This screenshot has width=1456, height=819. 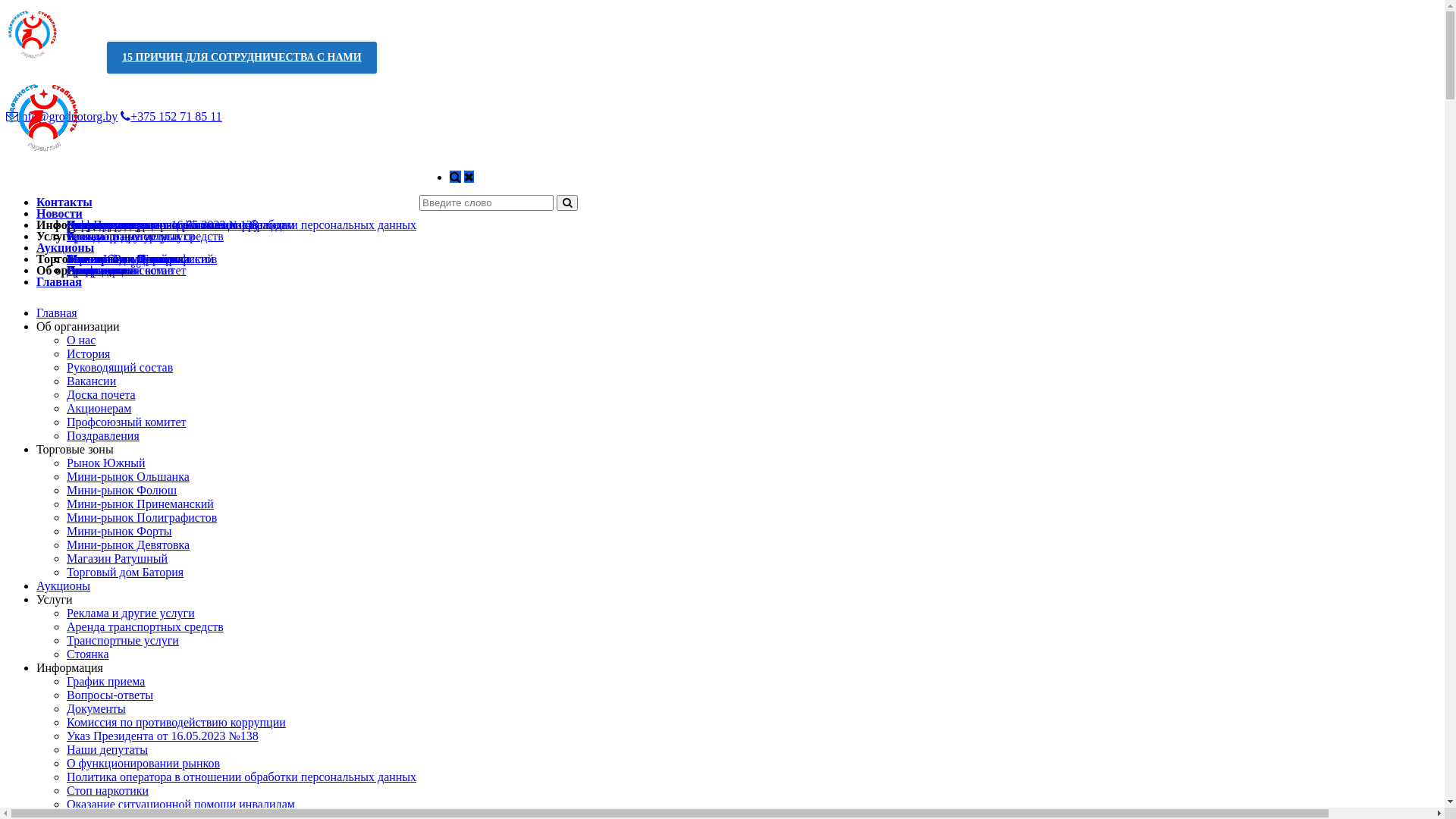 I want to click on '+375 152 71 85 11', so click(x=171, y=115).